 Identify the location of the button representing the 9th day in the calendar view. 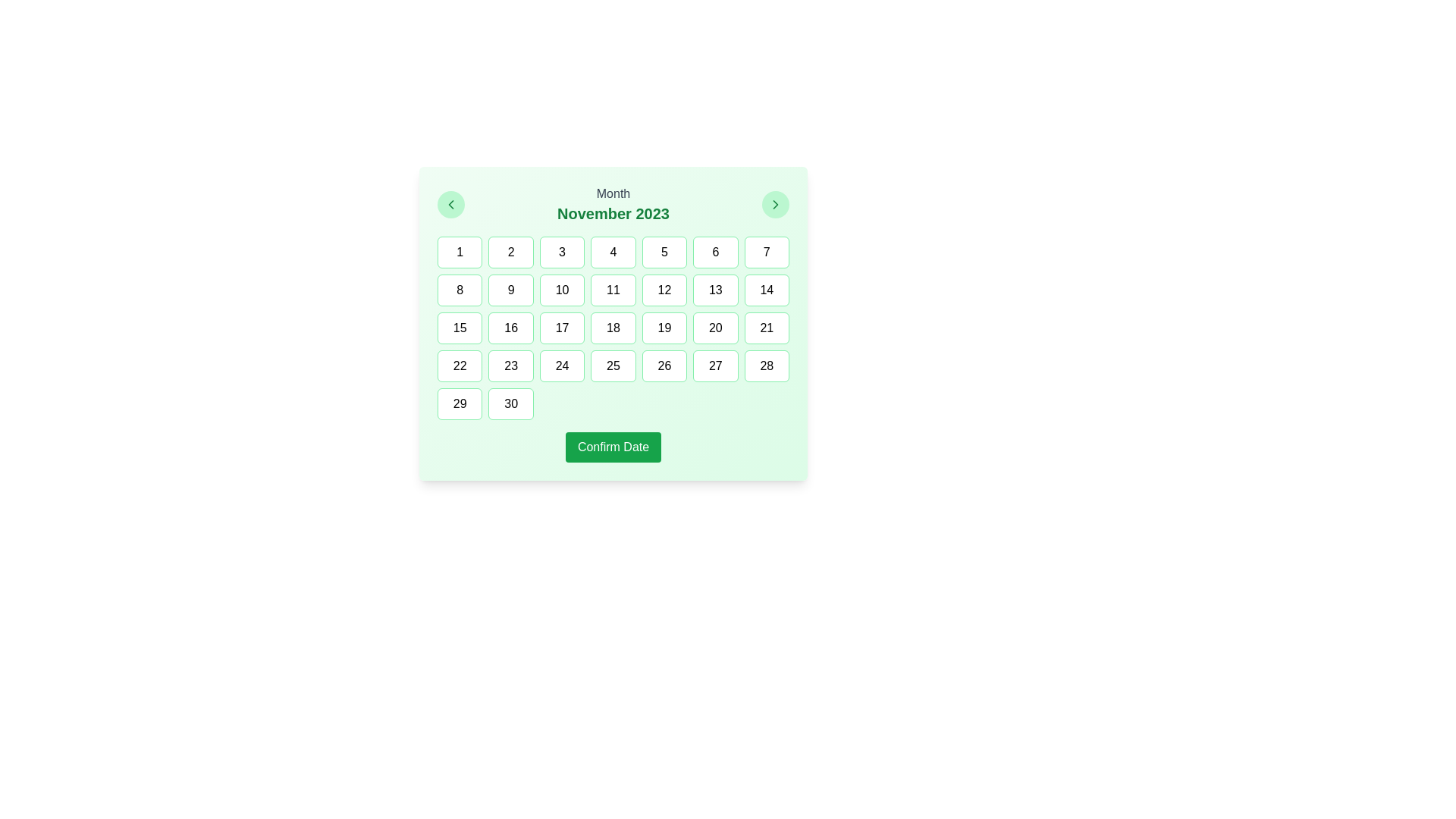
(511, 290).